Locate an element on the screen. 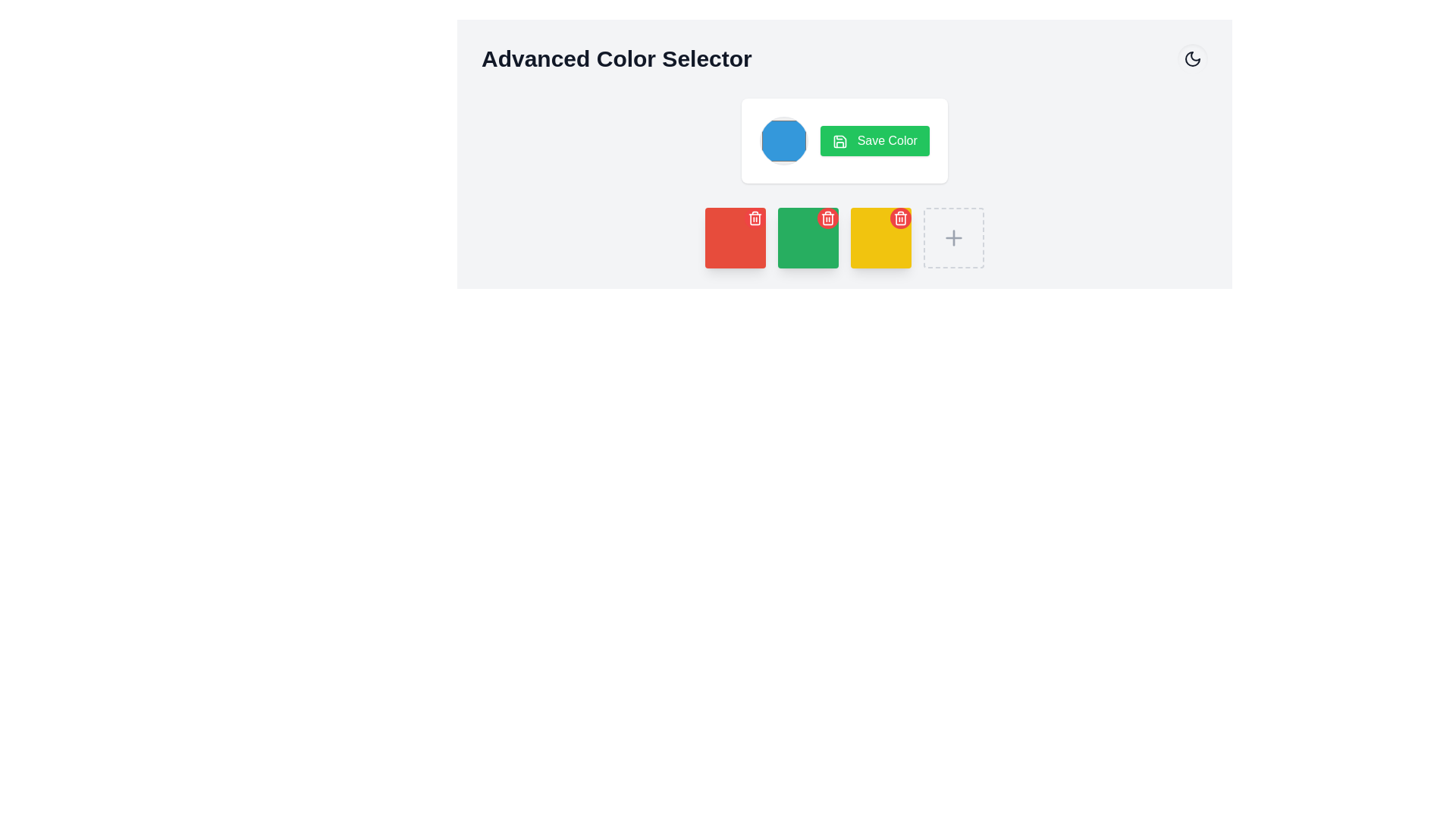 This screenshot has height=819, width=1456. the selectable color button located to the left of the 'Save Color' button is located at coordinates (783, 140).